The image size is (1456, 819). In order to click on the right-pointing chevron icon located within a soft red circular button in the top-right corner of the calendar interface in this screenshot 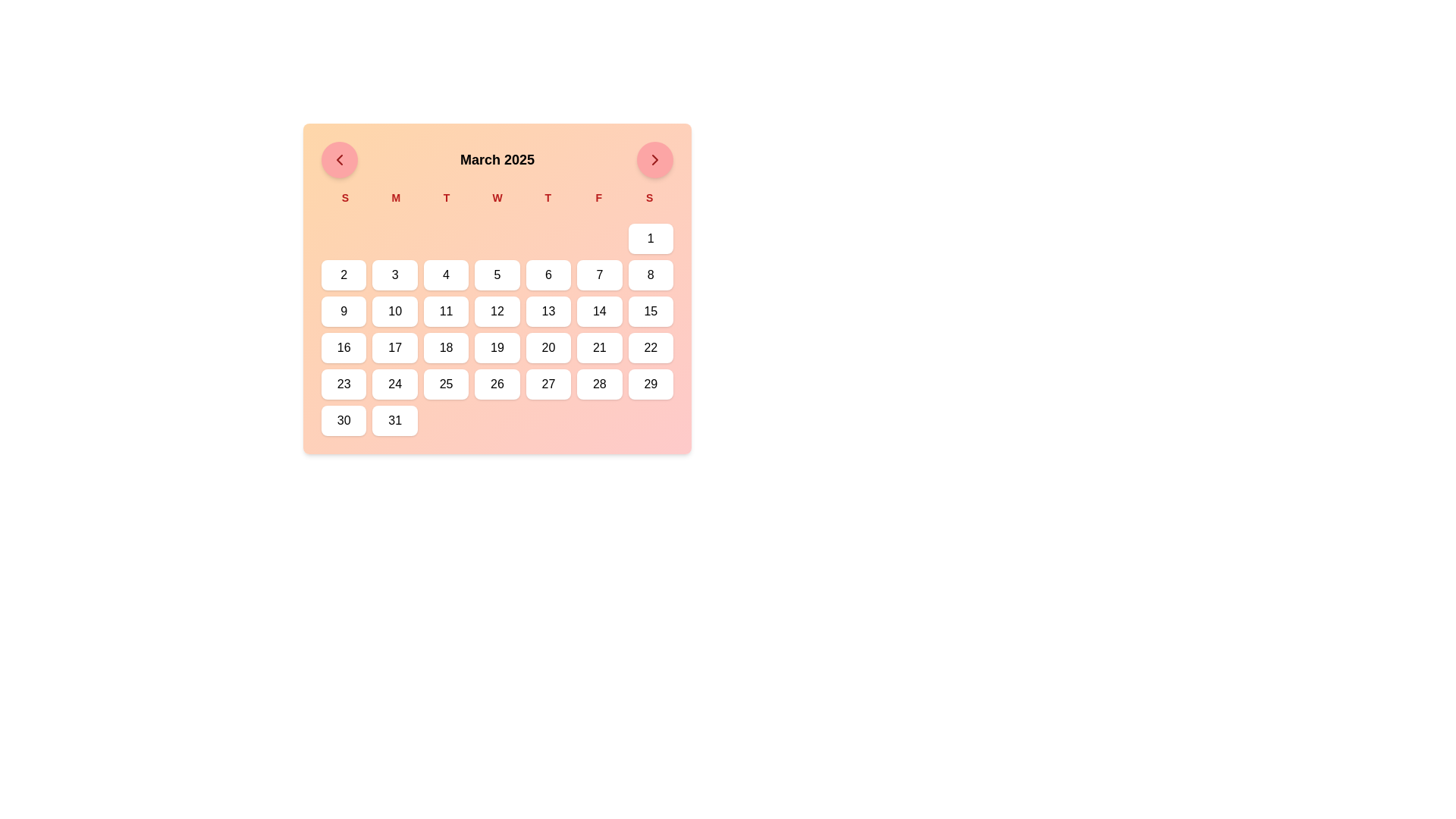, I will do `click(655, 160)`.